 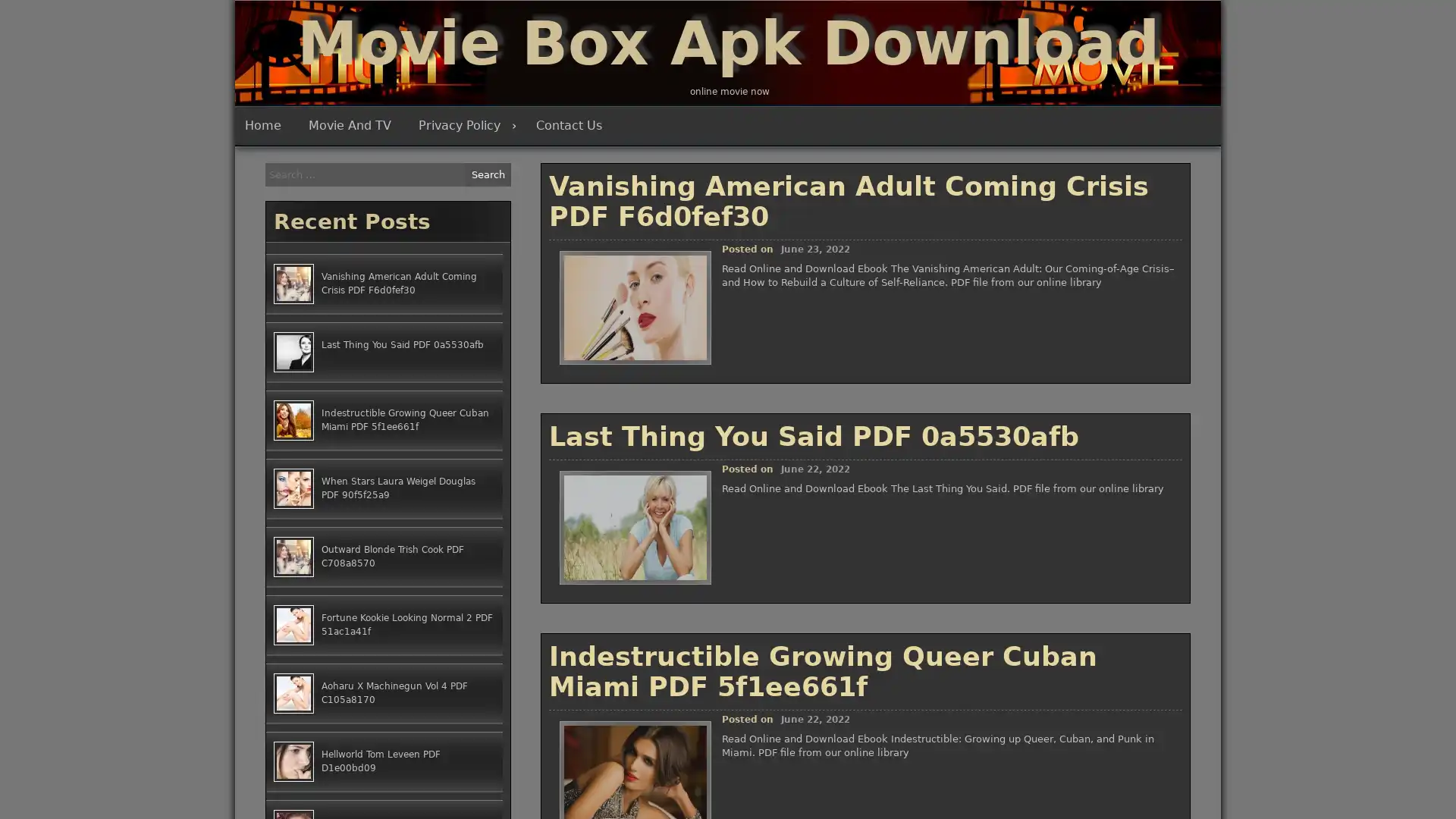 What do you see at coordinates (488, 174) in the screenshot?
I see `Search` at bounding box center [488, 174].